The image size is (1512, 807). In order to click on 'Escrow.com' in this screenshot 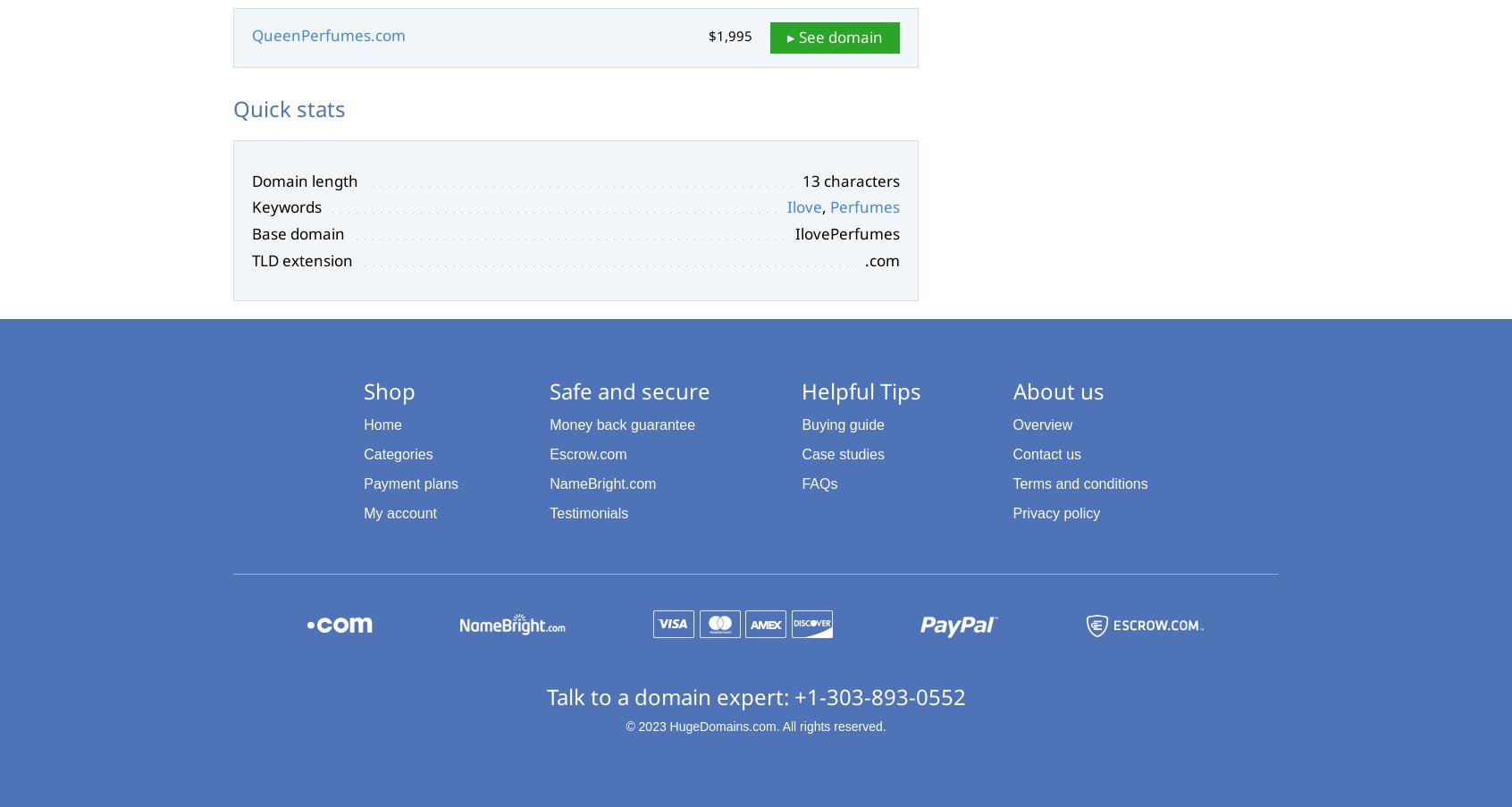, I will do `click(588, 454)`.